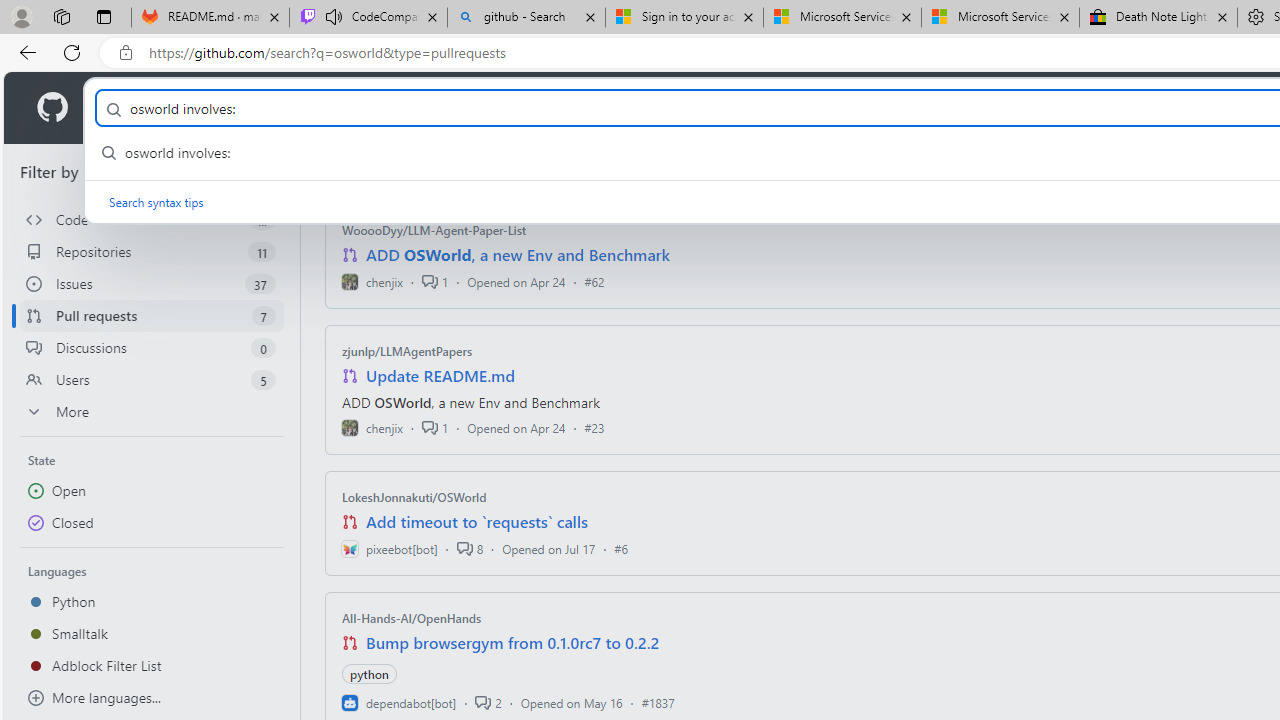 The height and width of the screenshot is (720, 1280). I want to click on 'ADD OSWorld, a new Env and Benchmark', so click(517, 254).